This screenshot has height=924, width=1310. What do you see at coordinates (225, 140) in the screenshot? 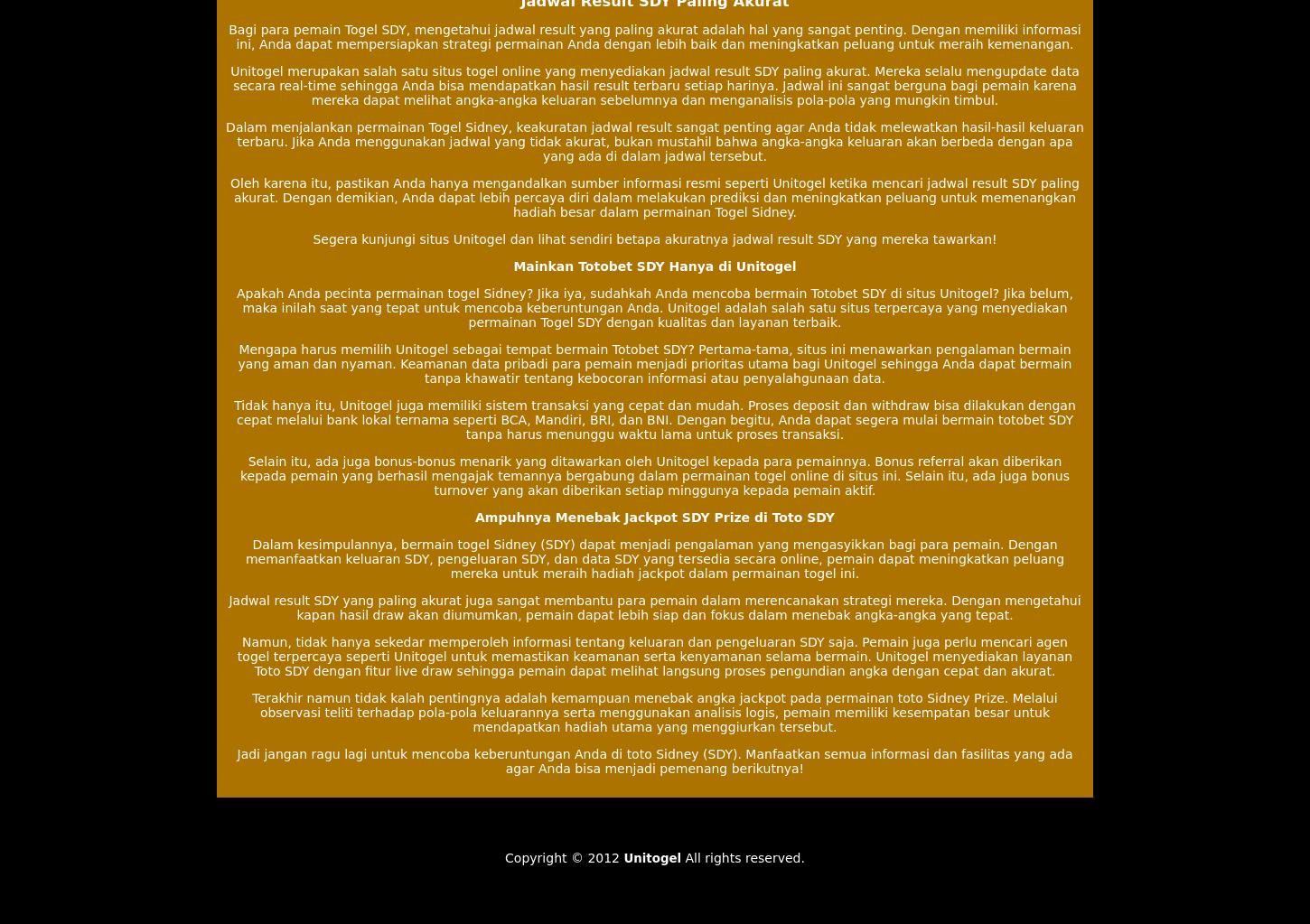
I see `'Dalam menjalankan permainan Togel Sidney, keakuratan jadwal result sangat penting agar Anda tidak melewatkan hasil-hasil keluaran terbaru. Jika Anda menggunakan jadwal yang tidak akurat, bukan mustahil bahwa angka-angka keluaran akan berbeda dengan apa yang ada di dalam jadwal tersebut.'` at bounding box center [225, 140].